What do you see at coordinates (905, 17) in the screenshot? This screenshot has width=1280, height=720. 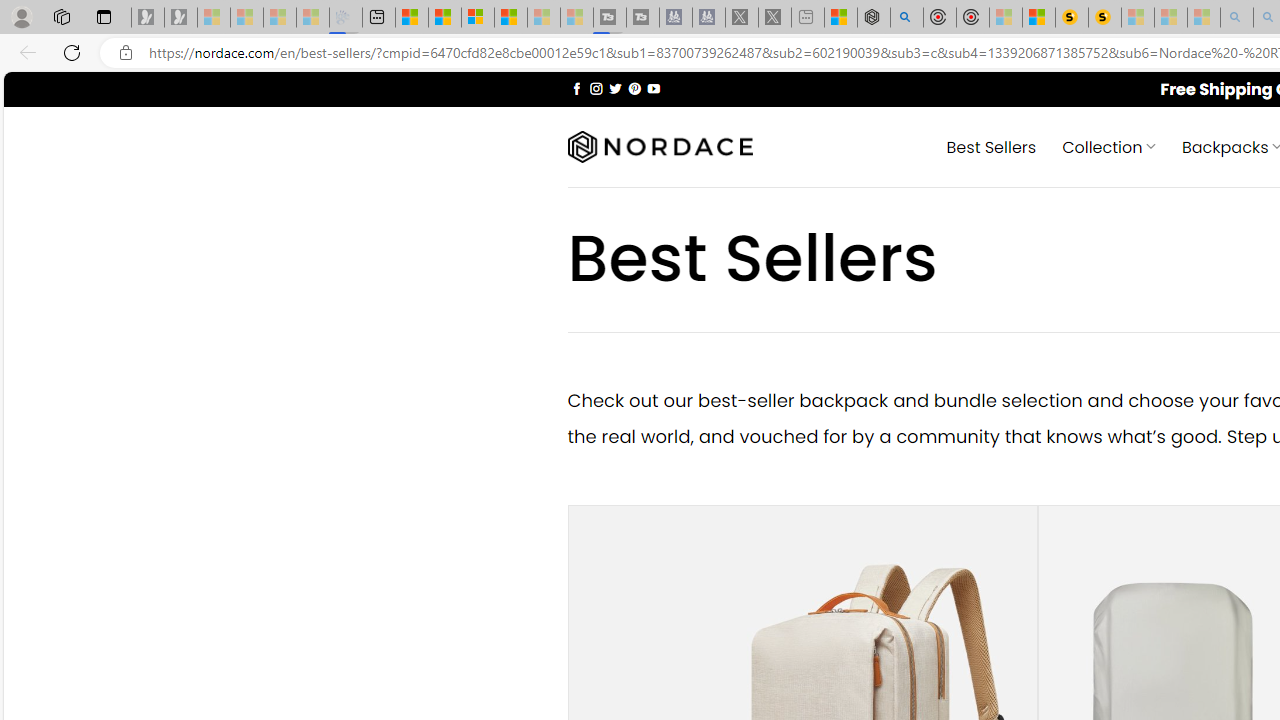 I see `'poe - Search'` at bounding box center [905, 17].